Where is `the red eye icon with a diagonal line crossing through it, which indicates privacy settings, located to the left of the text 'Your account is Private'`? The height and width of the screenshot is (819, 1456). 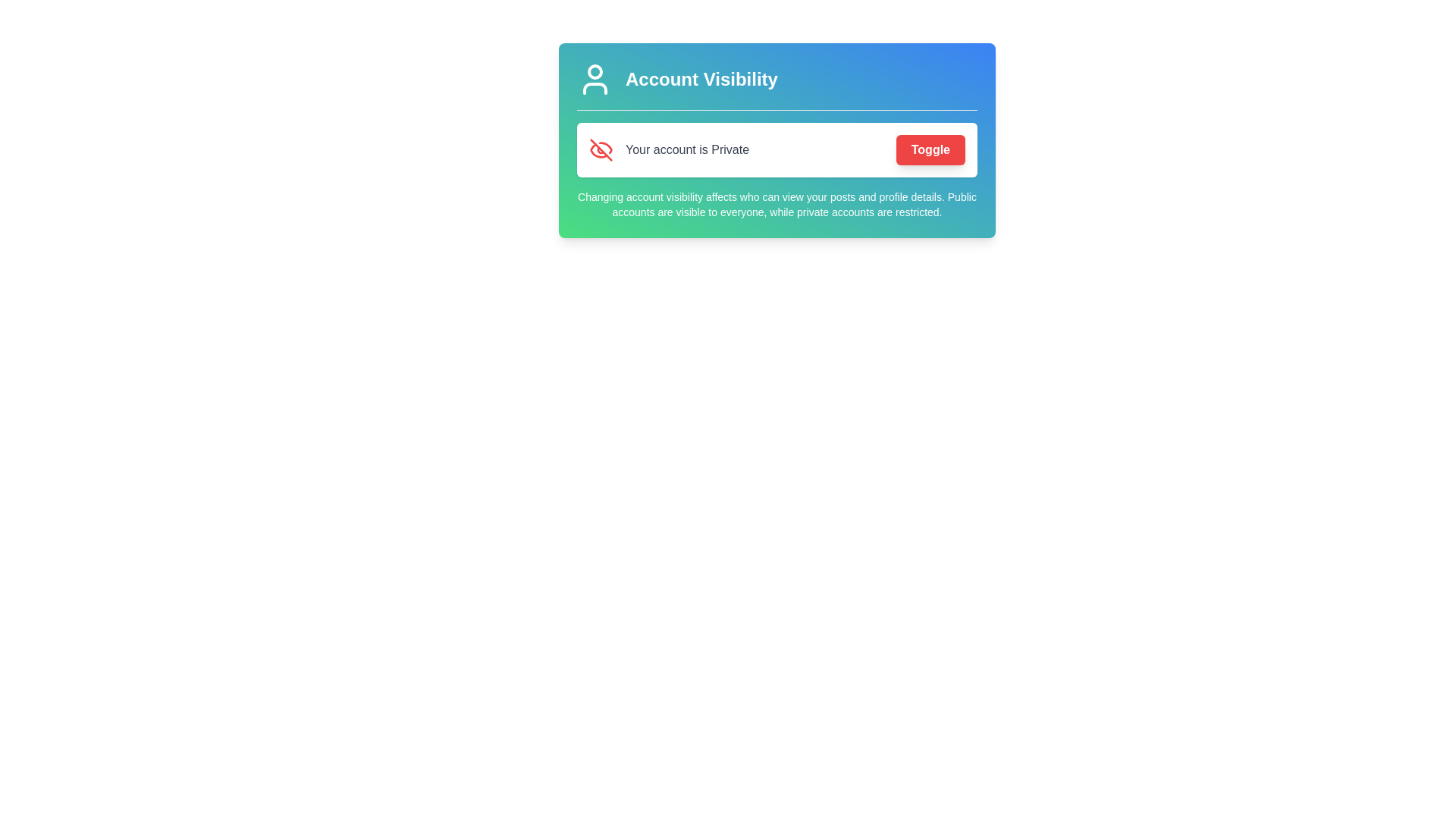 the red eye icon with a diagonal line crossing through it, which indicates privacy settings, located to the left of the text 'Your account is Private' is located at coordinates (600, 149).